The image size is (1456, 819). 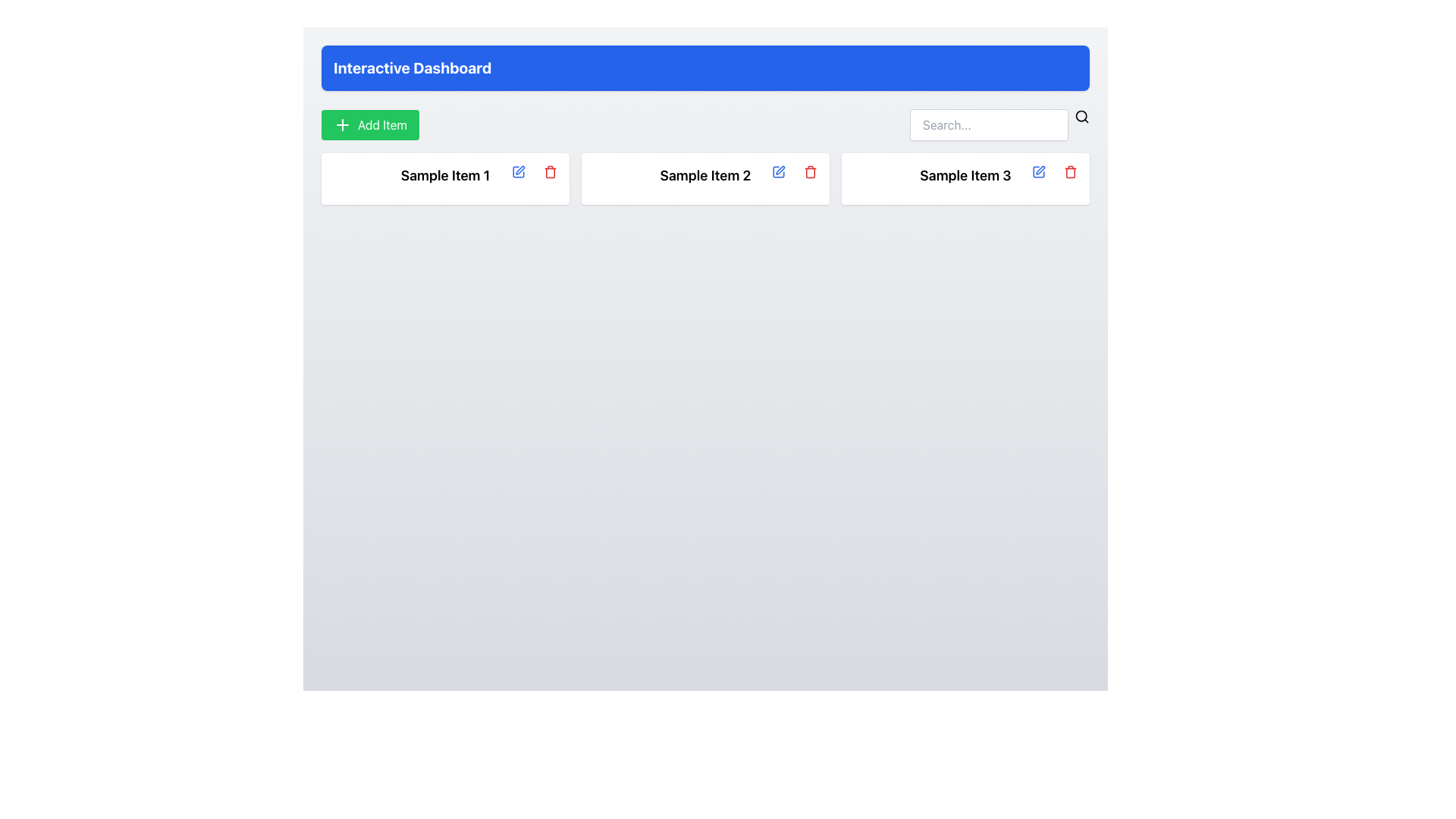 What do you see at coordinates (810, 171) in the screenshot?
I see `the trash can icon located to the right of 'Sample Item 2'` at bounding box center [810, 171].